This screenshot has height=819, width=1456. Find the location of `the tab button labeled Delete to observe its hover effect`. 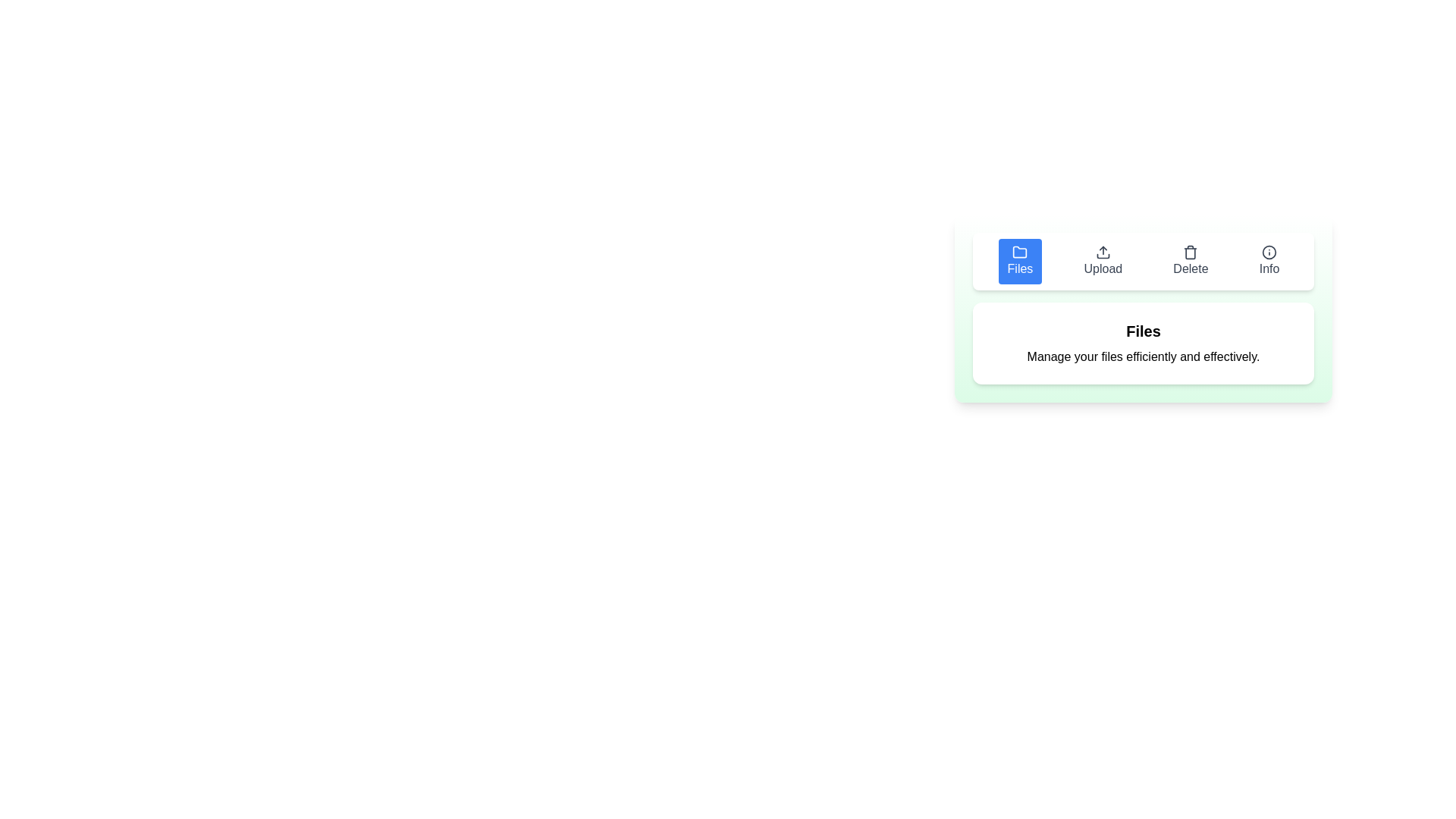

the tab button labeled Delete to observe its hover effect is located at coordinates (1190, 260).